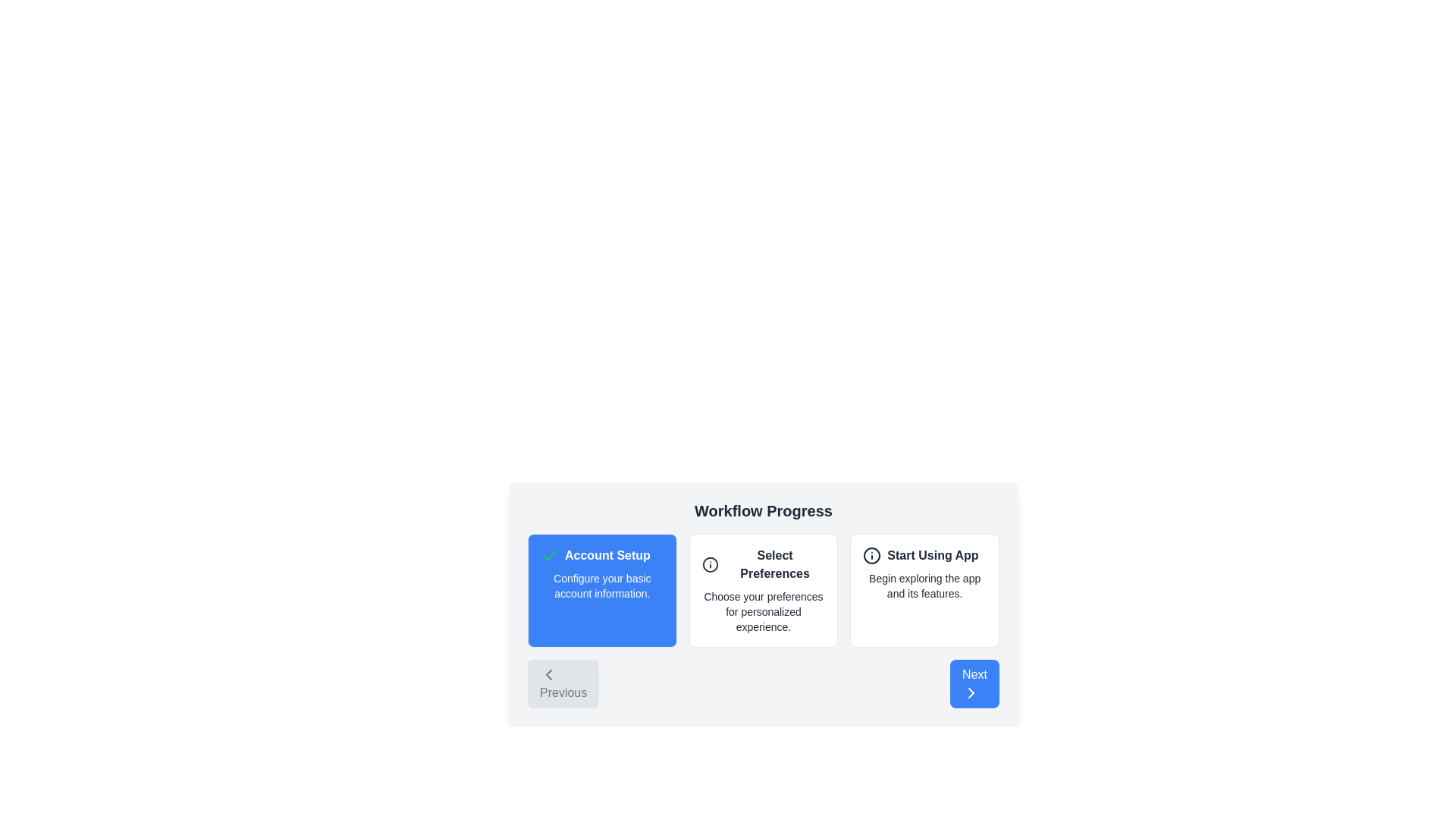 The width and height of the screenshot is (1456, 819). I want to click on the checkmark icon indicating completion for the 'Account Setup' step located in the top-left quadrant of the blue-highlighted card in the workflow progress interface, so click(548, 555).